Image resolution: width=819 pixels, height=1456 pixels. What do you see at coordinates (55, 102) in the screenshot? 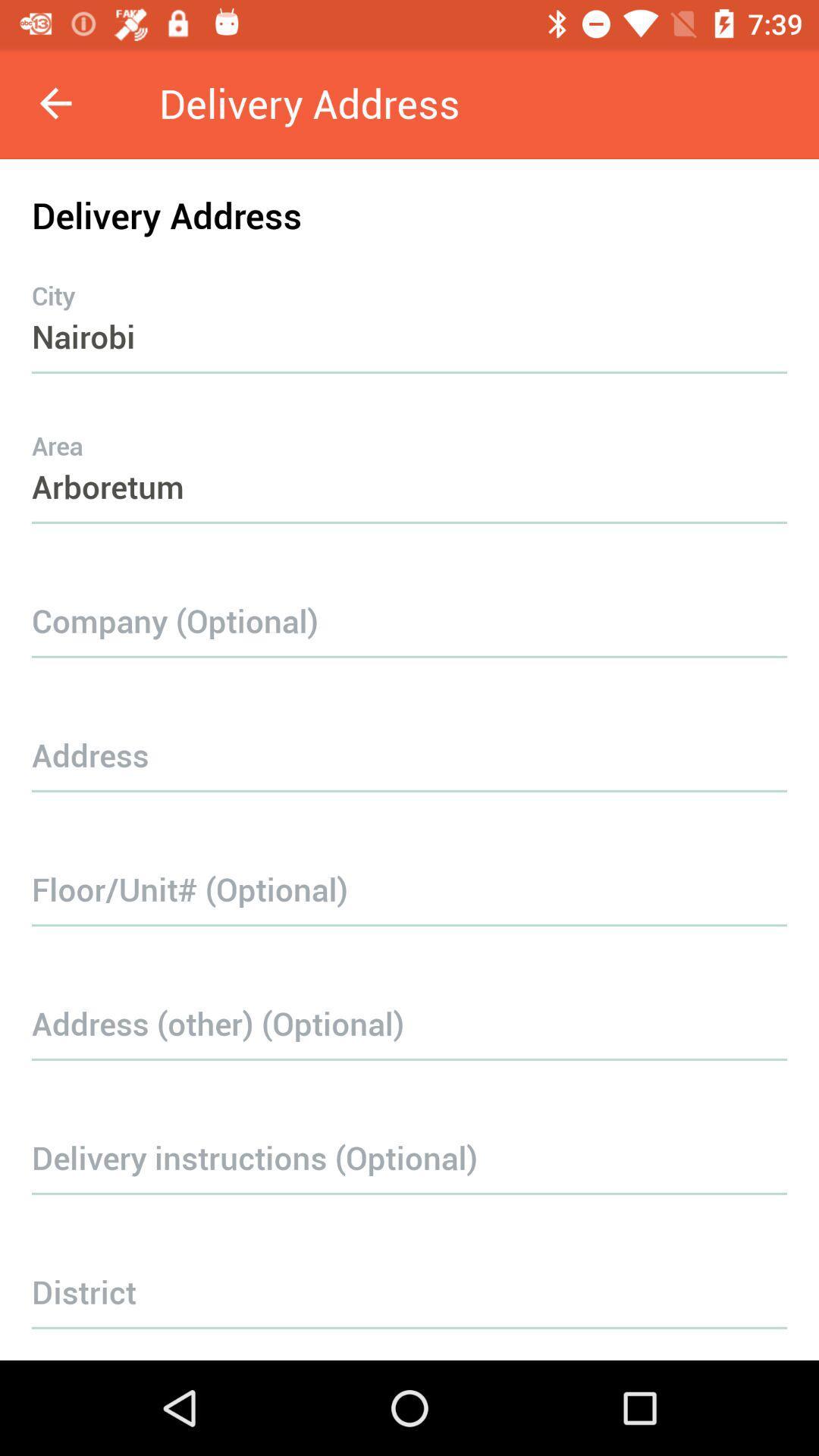
I see `the item above delivery address` at bounding box center [55, 102].